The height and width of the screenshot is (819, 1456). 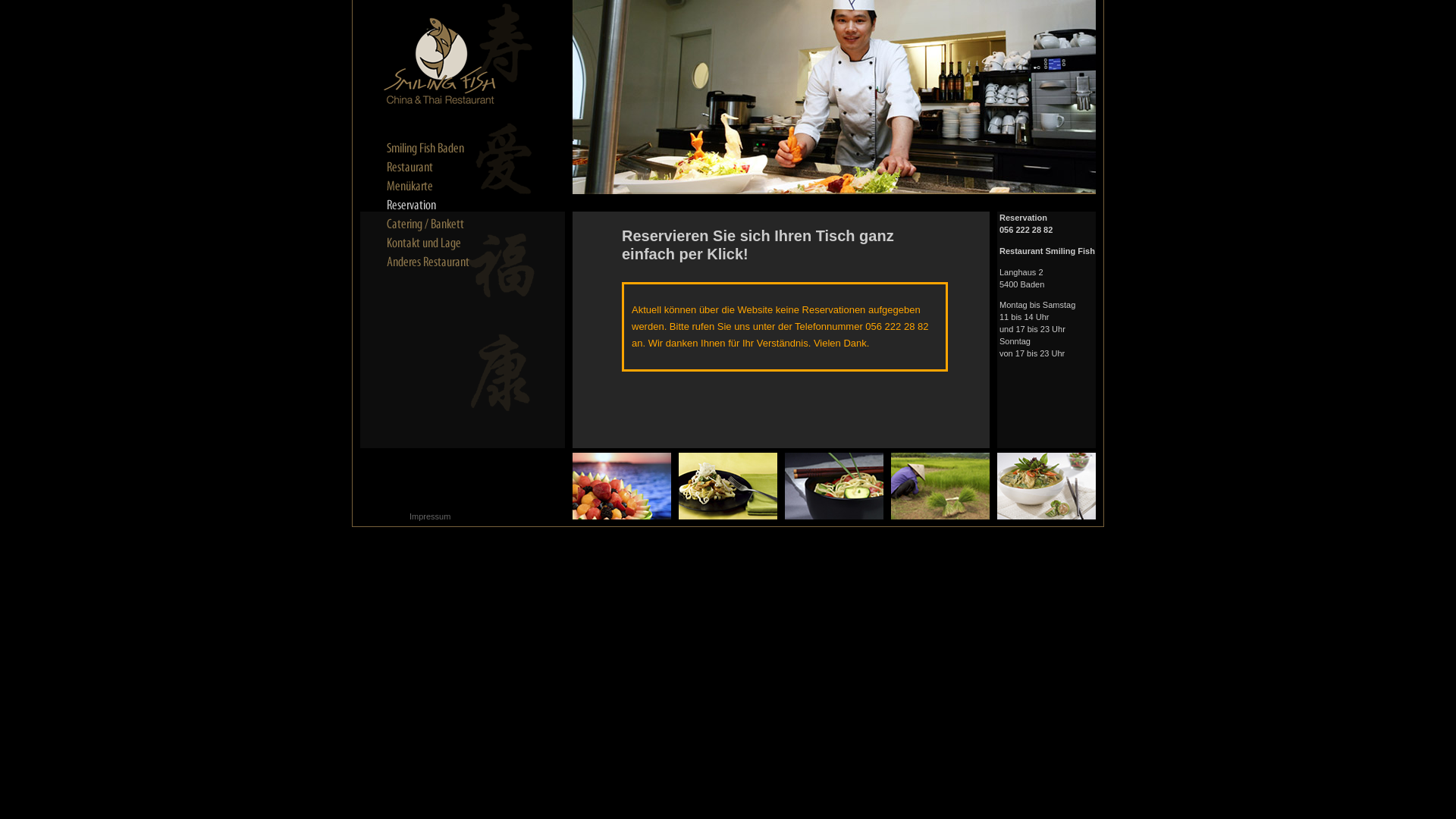 What do you see at coordinates (439, 167) in the screenshot?
I see `'Restaurant'` at bounding box center [439, 167].